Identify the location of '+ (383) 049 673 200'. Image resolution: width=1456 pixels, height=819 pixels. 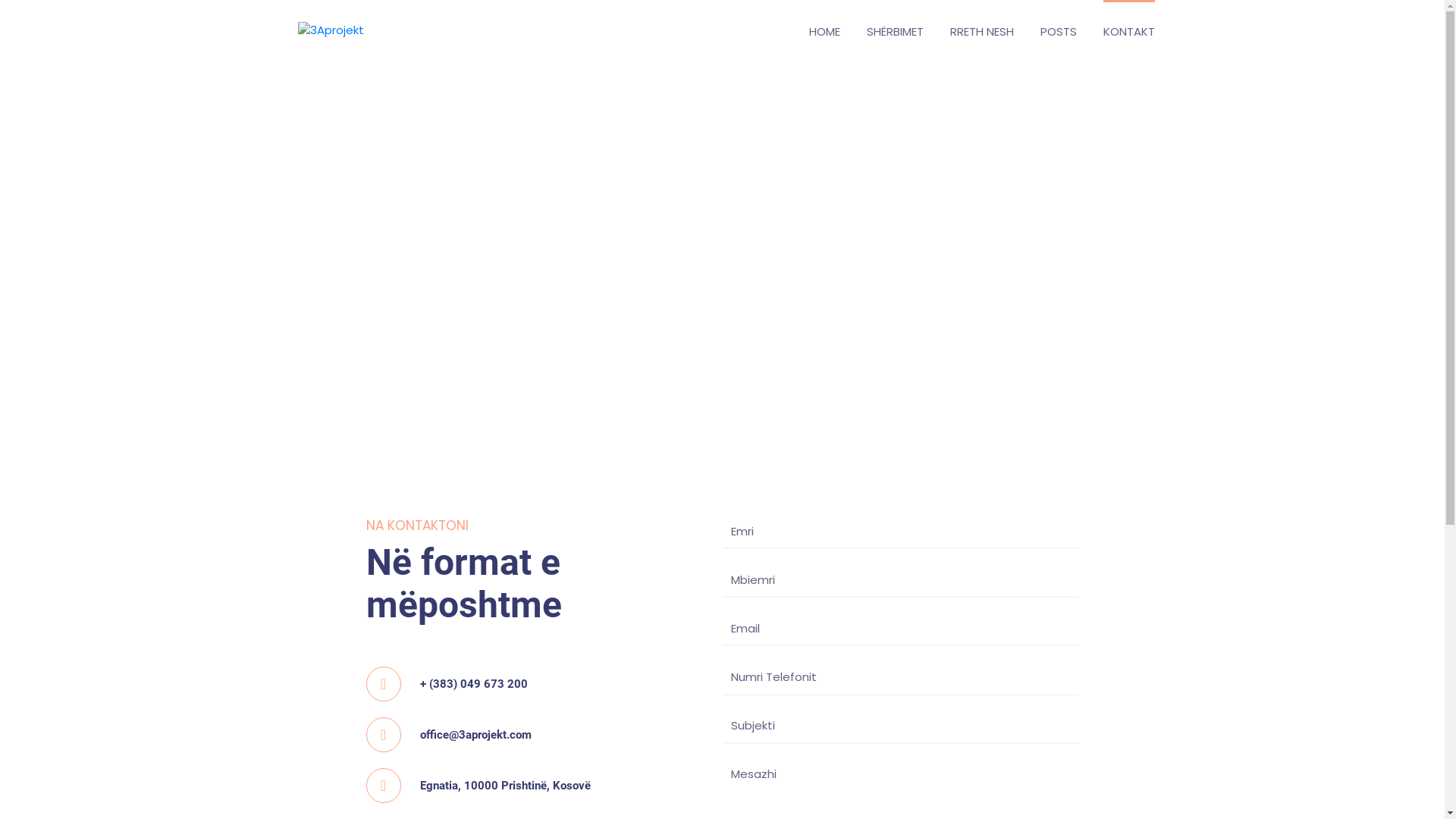
(472, 684).